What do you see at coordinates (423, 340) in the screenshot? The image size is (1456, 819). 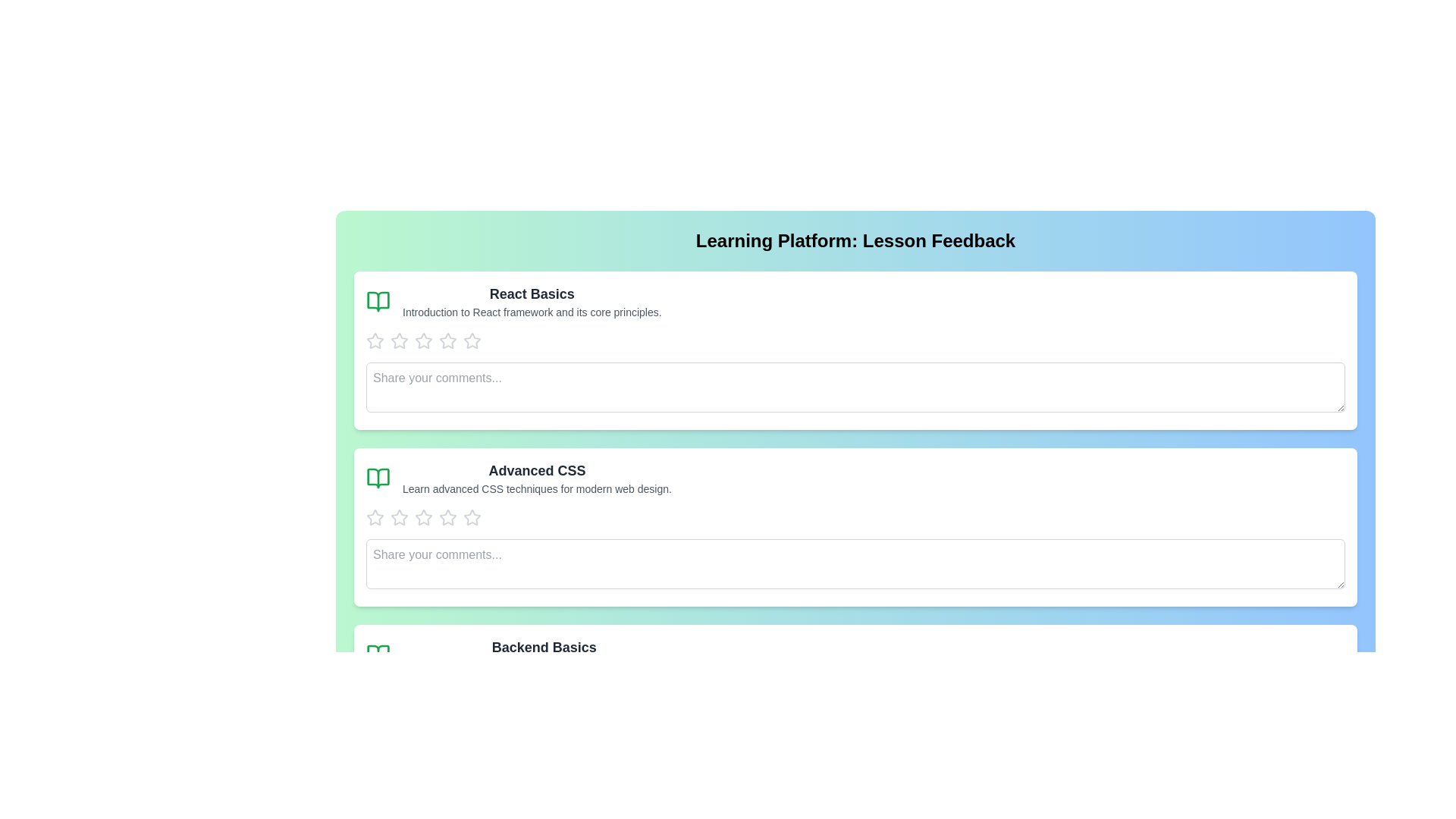 I see `the second star icon in the rating widget under the 'React Basics' lesson section` at bounding box center [423, 340].